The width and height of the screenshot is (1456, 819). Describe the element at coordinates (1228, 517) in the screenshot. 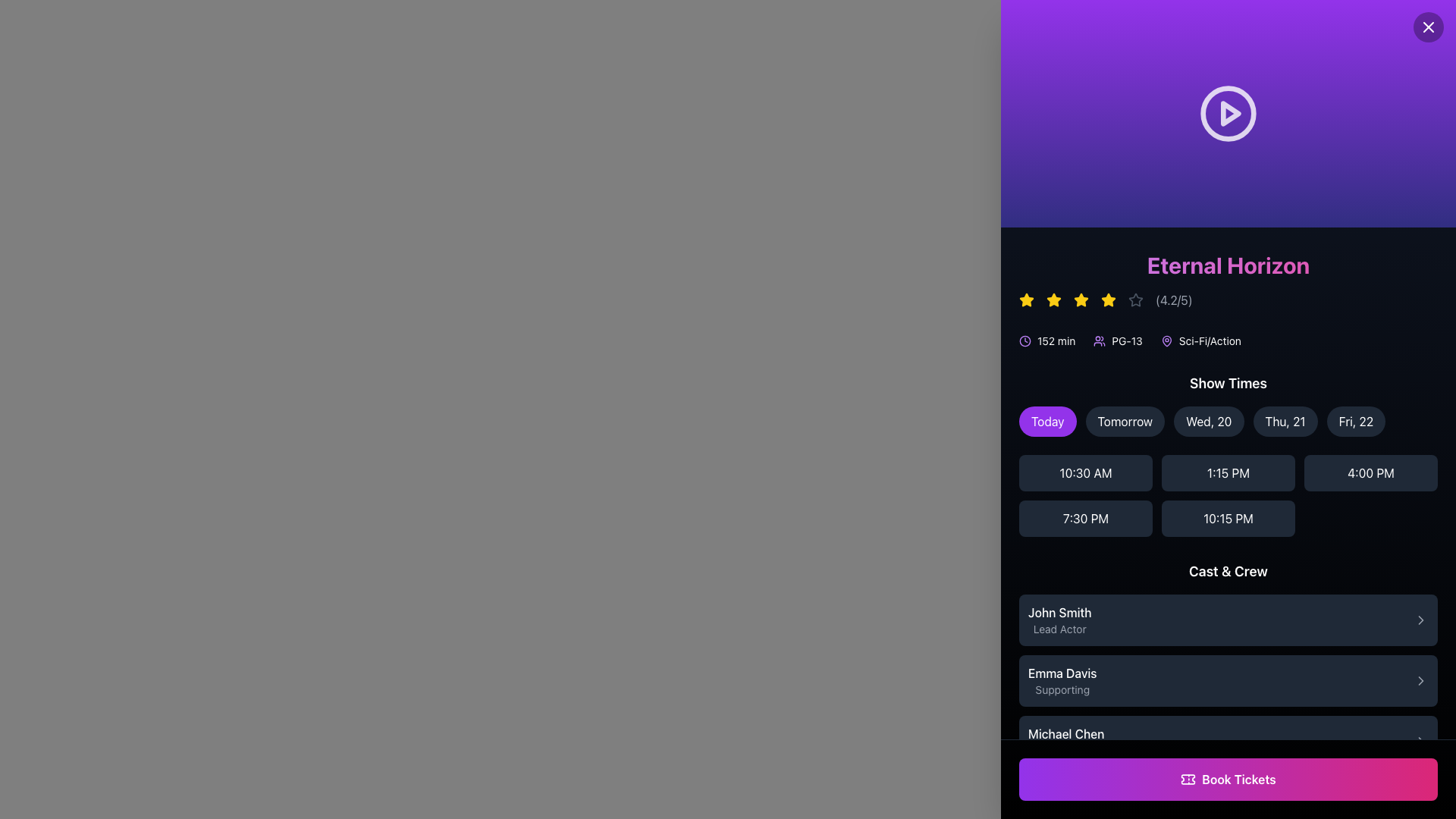

I see `the button representing the 10:15 PM movie showing time slot, which is the fifth button in the second row of the 'Show Times' grid layout` at that location.